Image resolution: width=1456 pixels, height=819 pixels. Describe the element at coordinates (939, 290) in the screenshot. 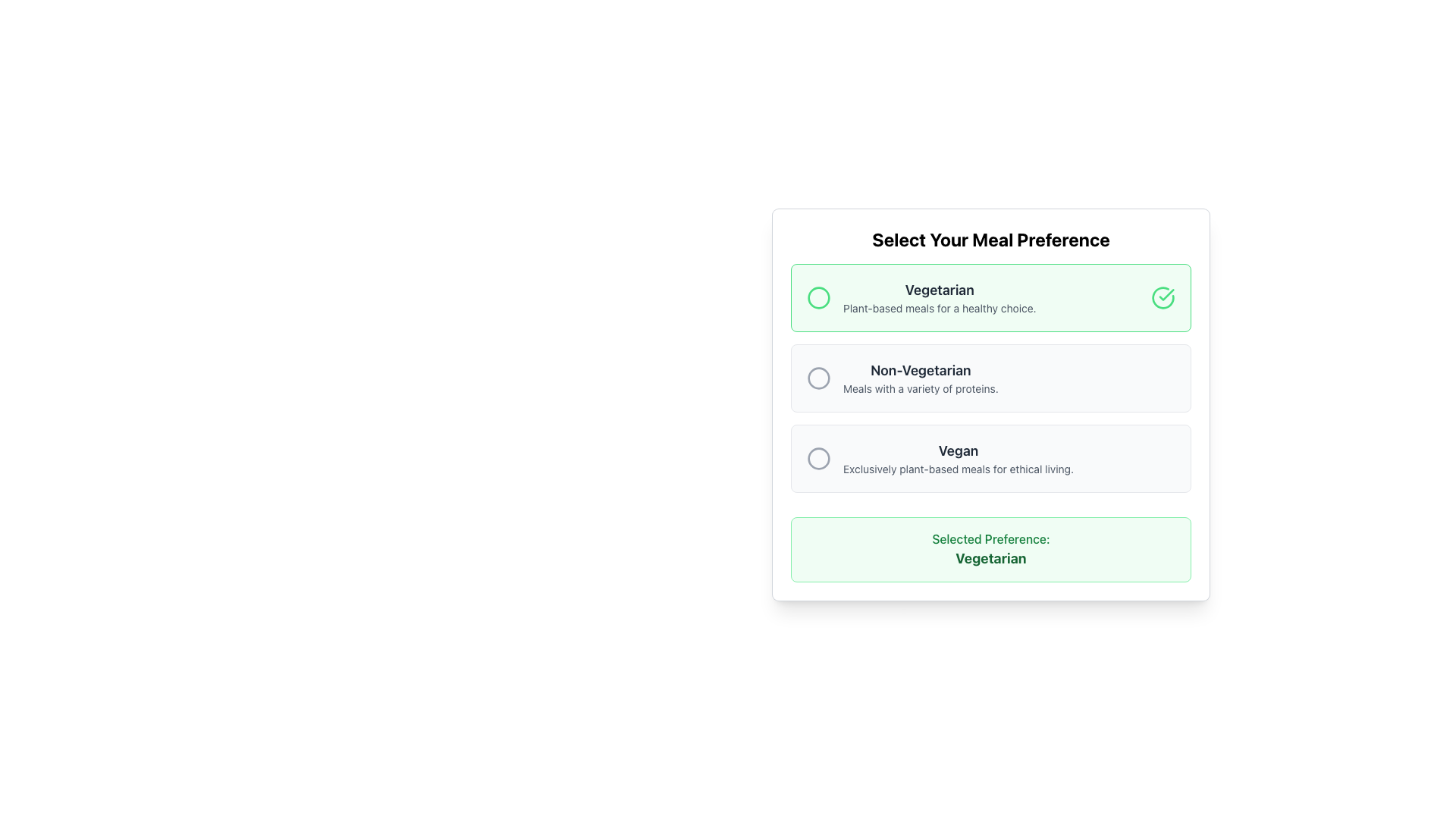

I see `text content of the bold 'Vegetarian' label displayed prominently at the top of the meal preferences section` at that location.